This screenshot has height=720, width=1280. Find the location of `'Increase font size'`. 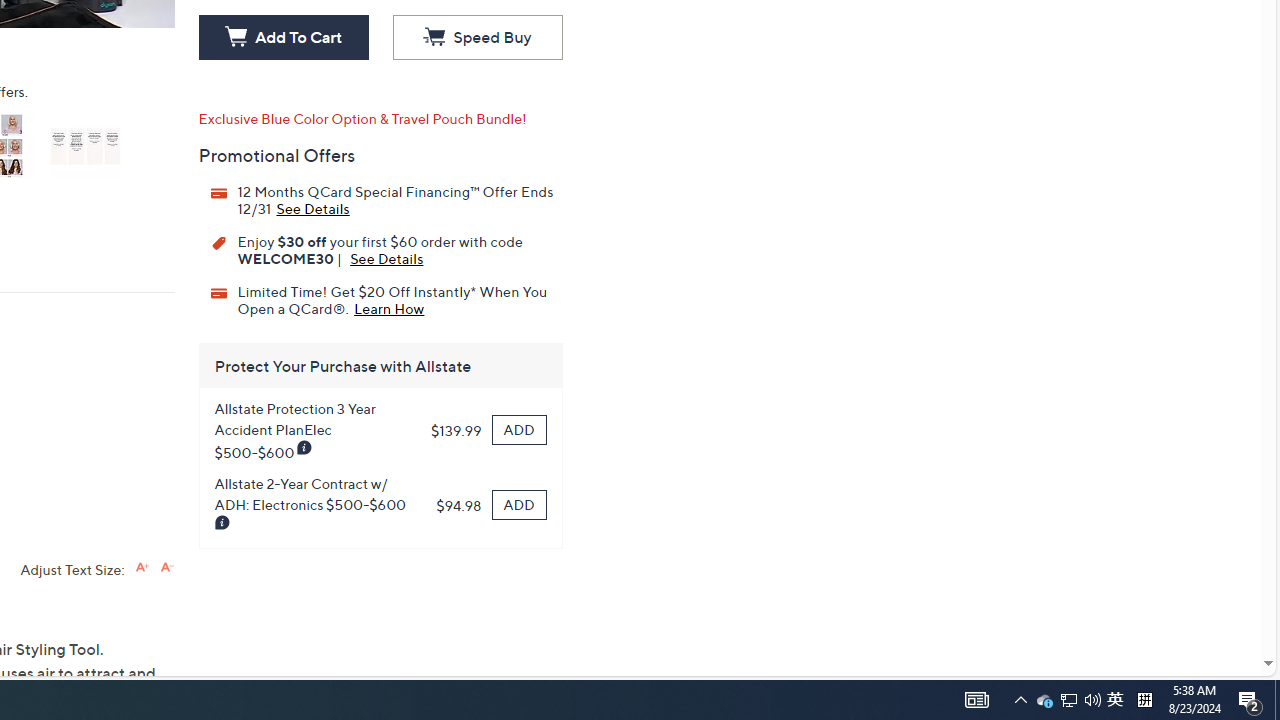

'Increase font size' is located at coordinates (141, 567).